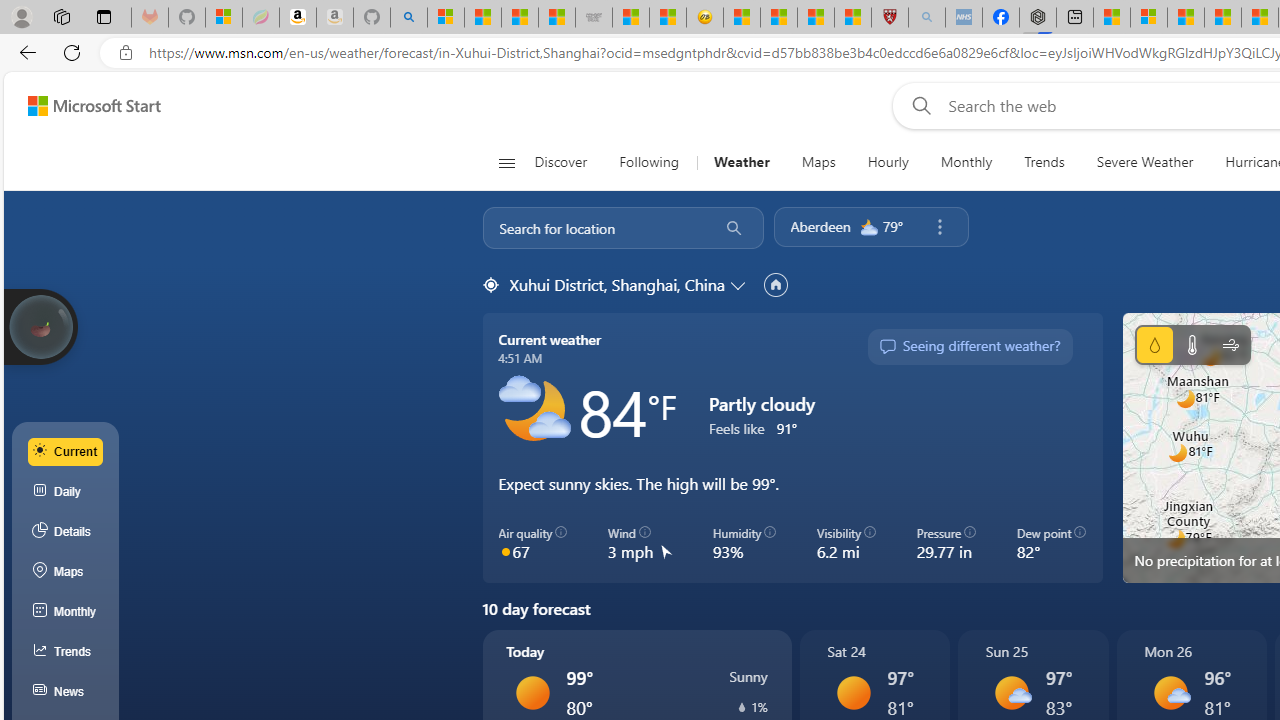 This screenshot has height=720, width=1280. What do you see at coordinates (969, 346) in the screenshot?
I see `'Seeing different weather?'` at bounding box center [969, 346].